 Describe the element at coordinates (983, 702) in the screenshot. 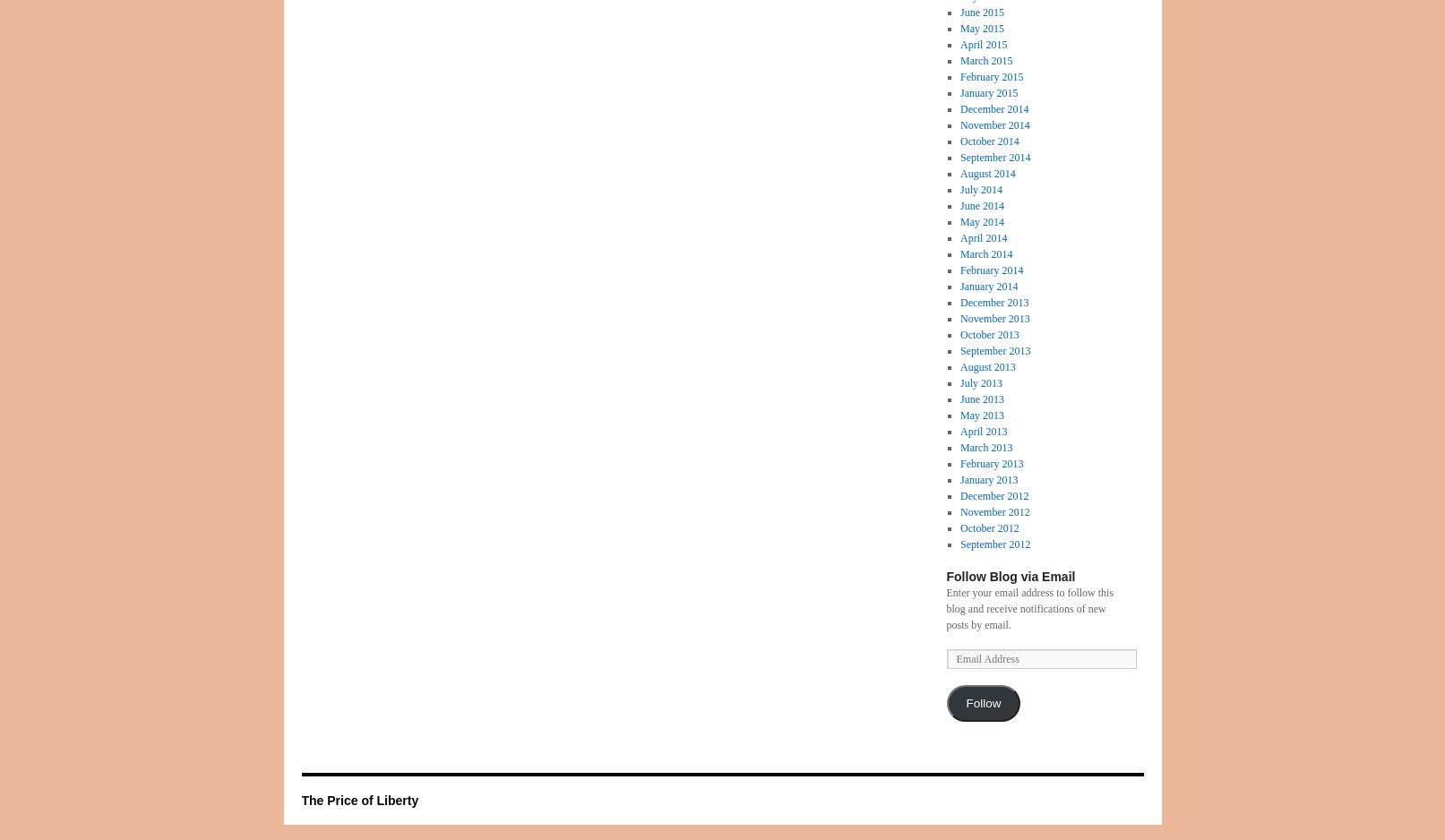

I see `'Follow'` at that location.